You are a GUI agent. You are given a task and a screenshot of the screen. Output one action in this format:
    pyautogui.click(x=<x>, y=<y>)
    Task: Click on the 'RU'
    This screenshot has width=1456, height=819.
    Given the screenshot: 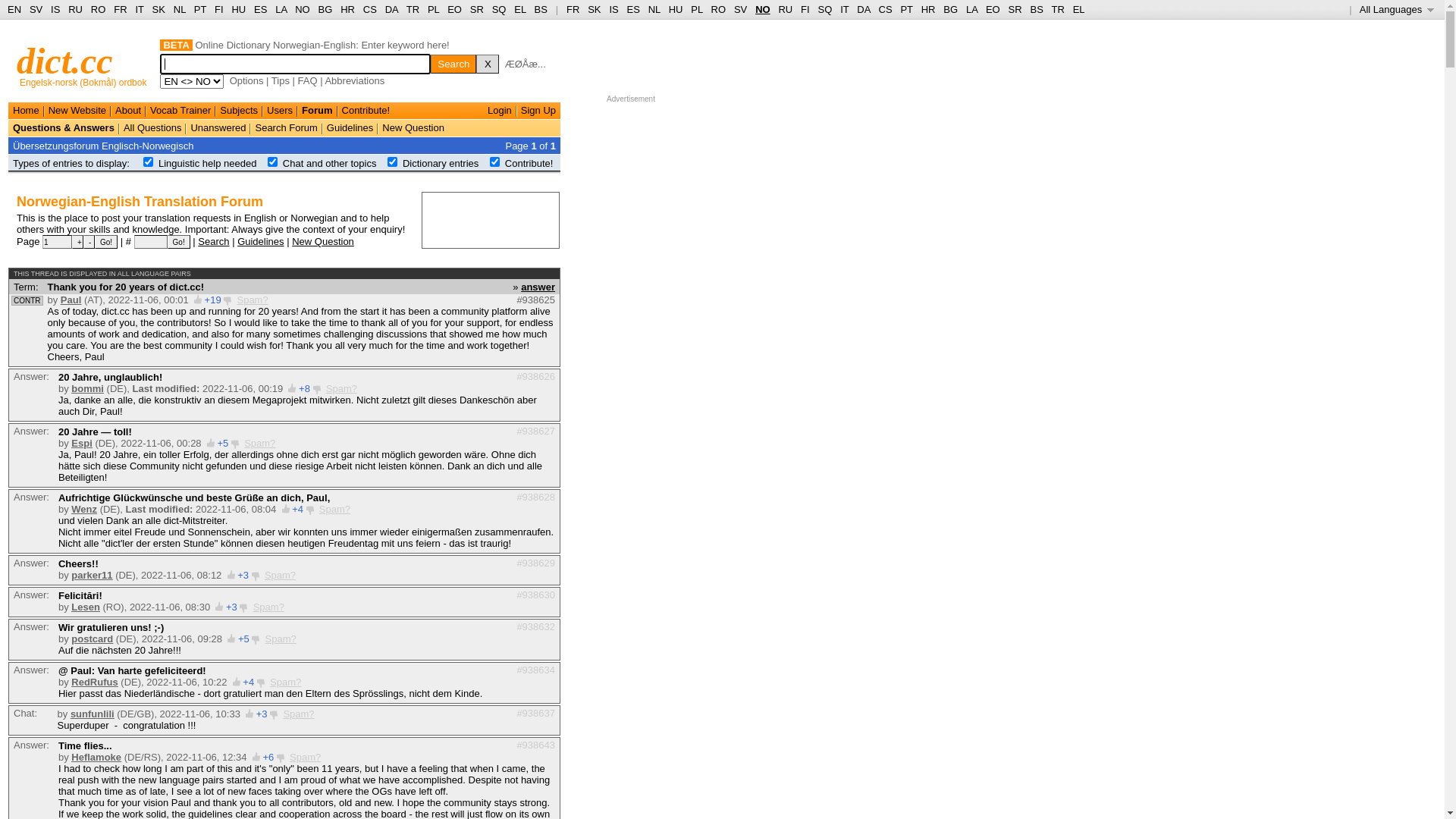 What is the action you would take?
    pyautogui.click(x=785, y=9)
    